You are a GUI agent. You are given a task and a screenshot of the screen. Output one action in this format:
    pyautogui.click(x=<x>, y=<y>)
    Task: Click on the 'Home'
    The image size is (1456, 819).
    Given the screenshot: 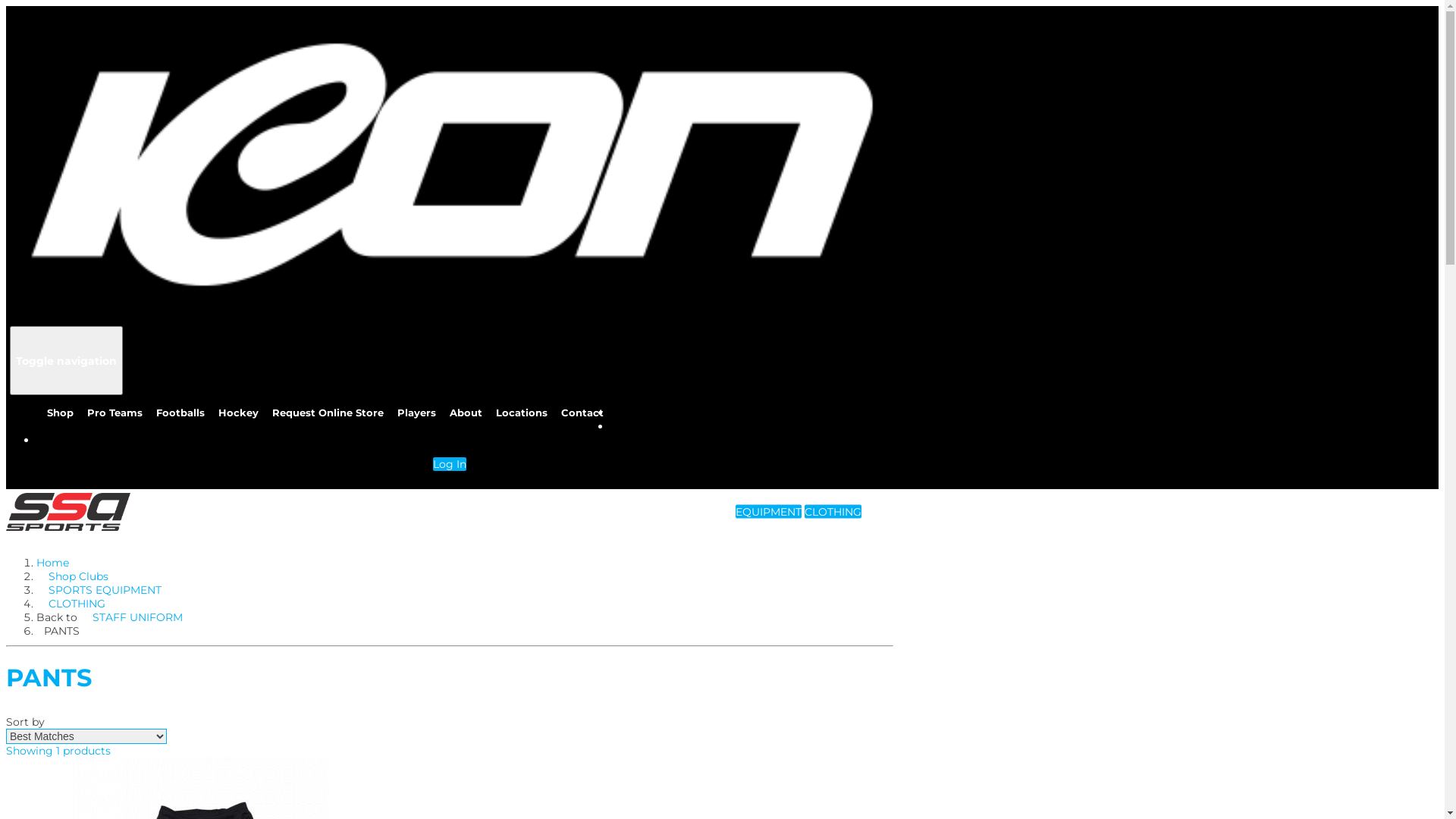 What is the action you would take?
    pyautogui.click(x=52, y=562)
    